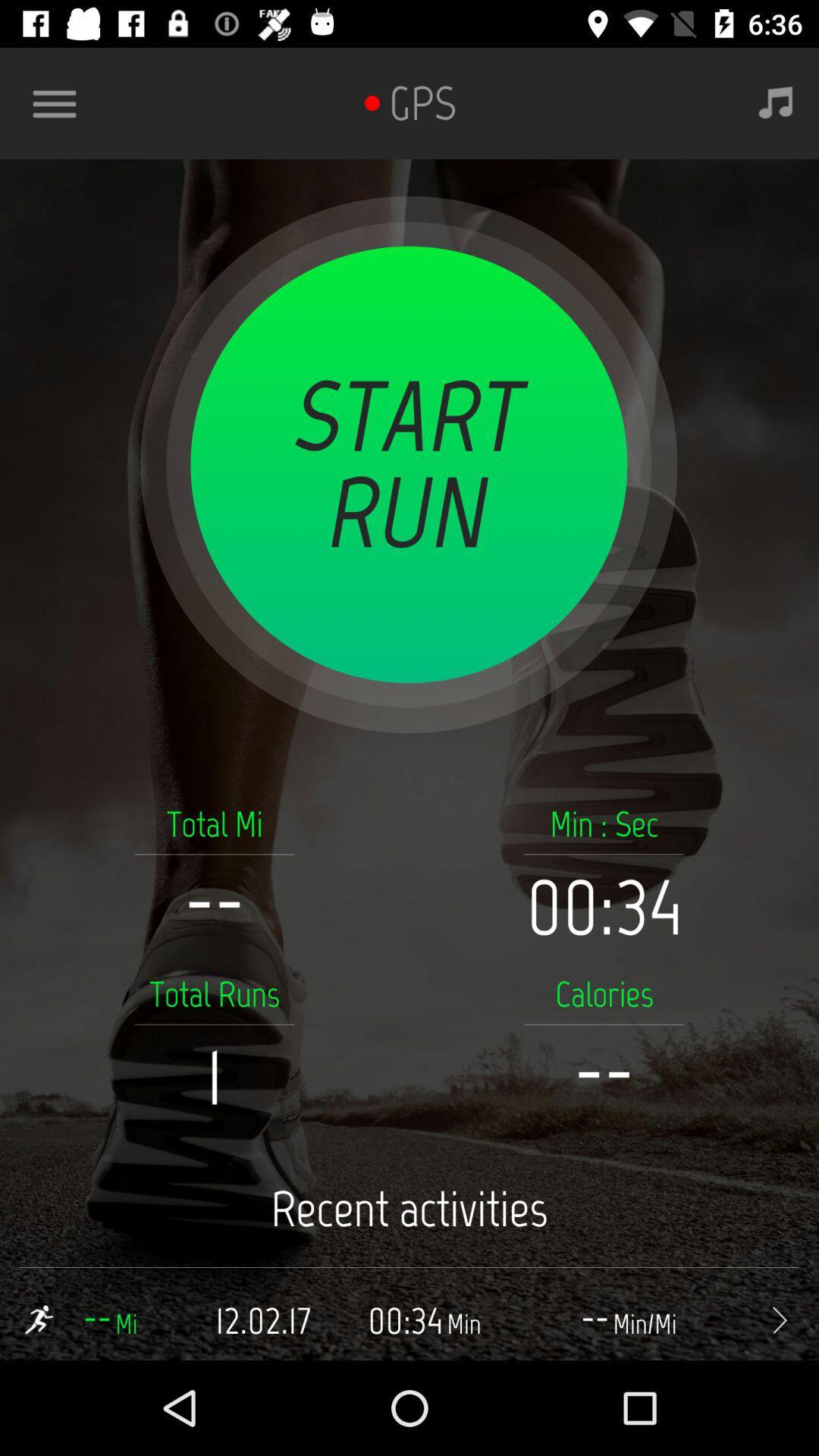 This screenshot has width=819, height=1456. I want to click on listen to music, so click(776, 102).